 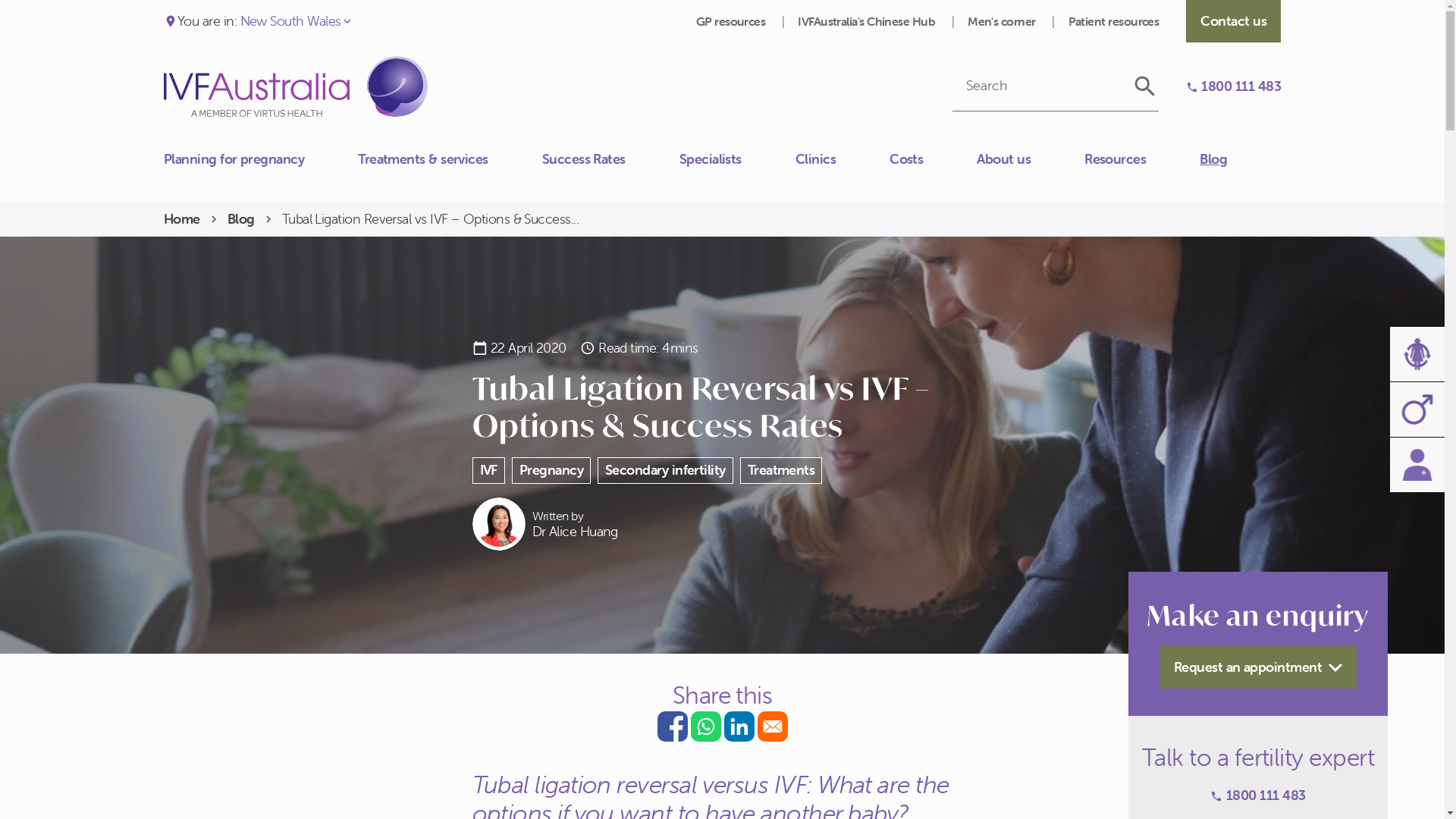 I want to click on 'IVF', so click(x=488, y=469).